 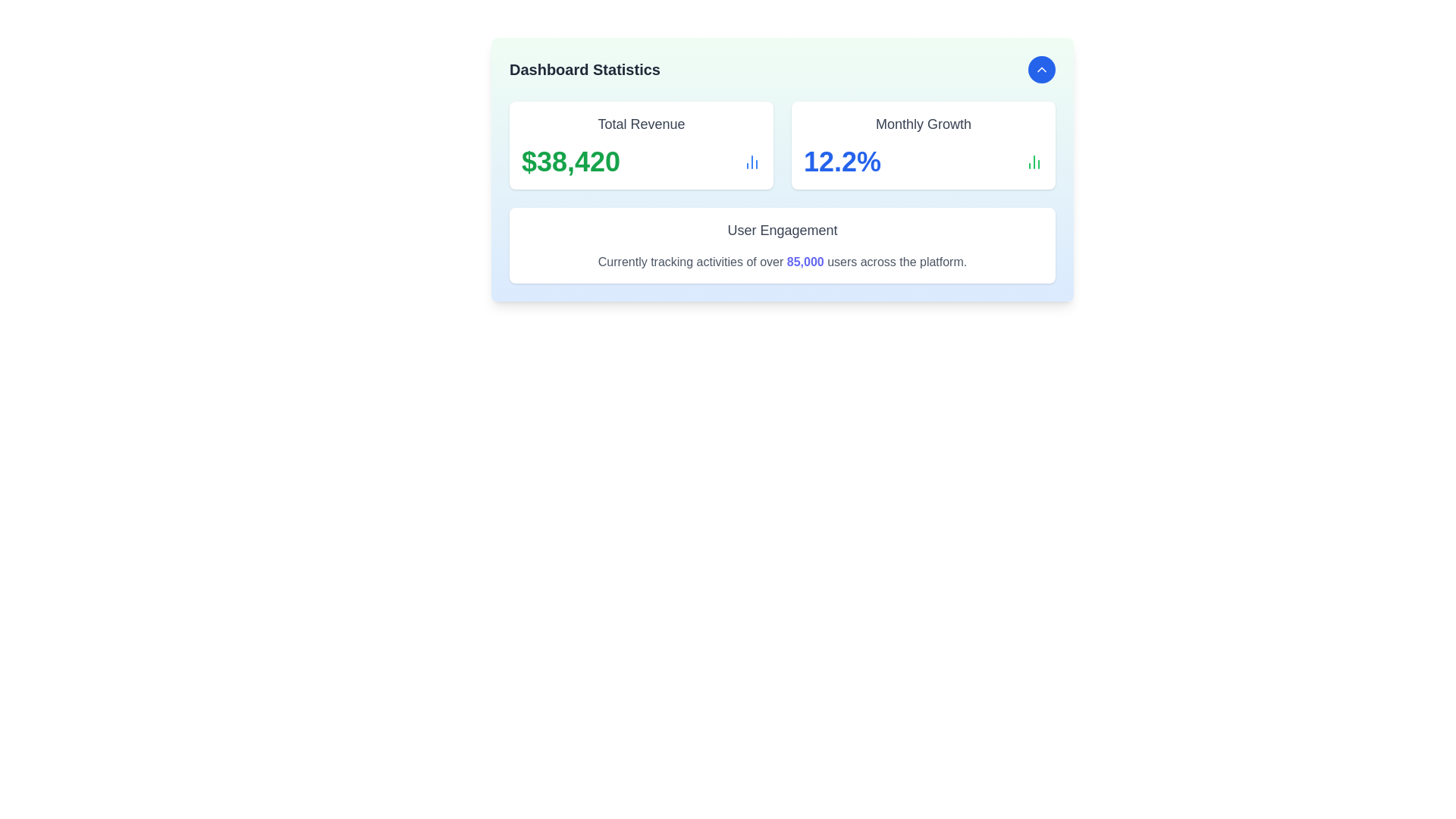 What do you see at coordinates (1040, 70) in the screenshot?
I see `the rounded blue button at the top-right corner of the card displaying dashboard statistics` at bounding box center [1040, 70].